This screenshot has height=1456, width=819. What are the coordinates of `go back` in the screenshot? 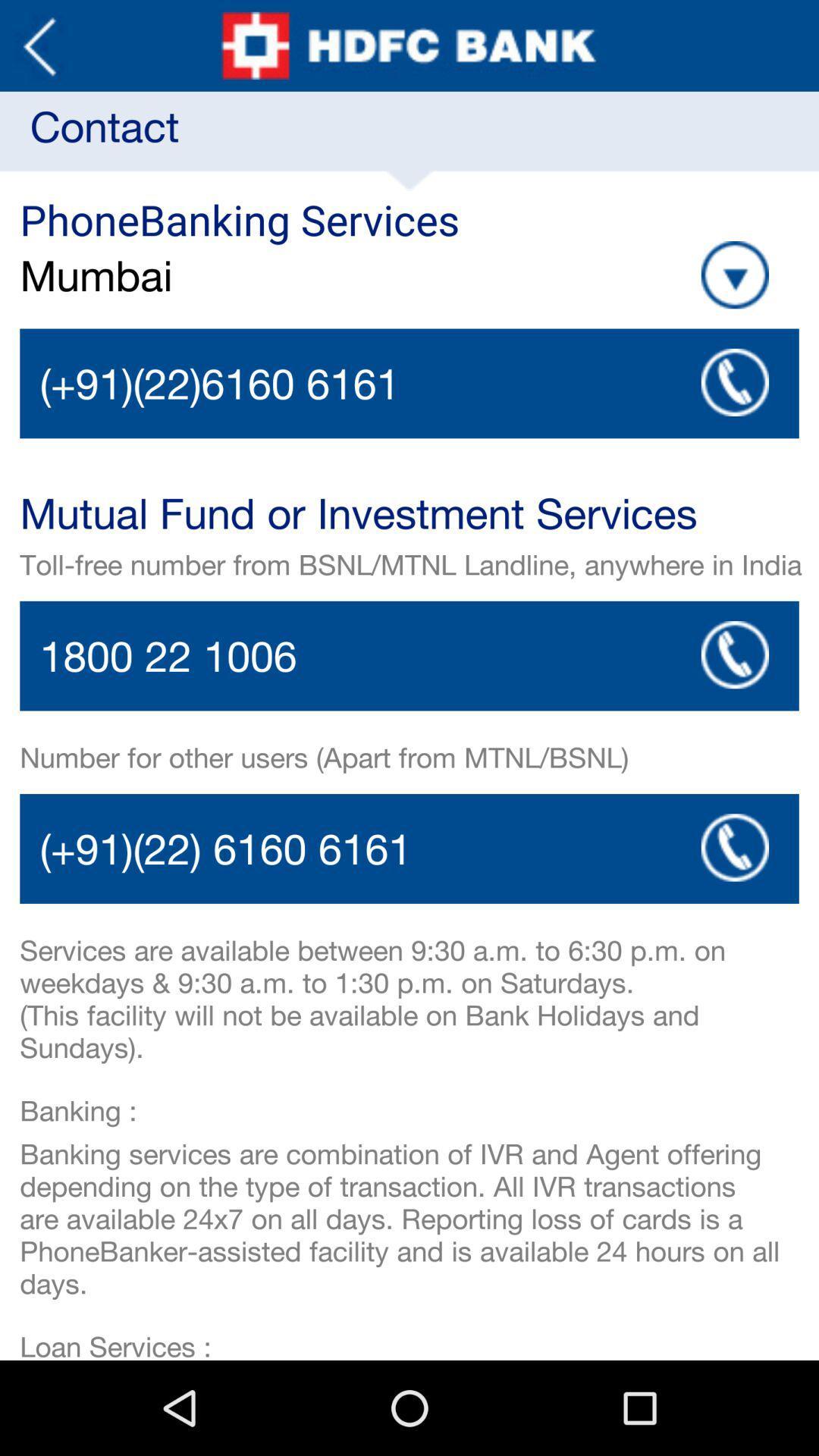 It's located at (39, 45).